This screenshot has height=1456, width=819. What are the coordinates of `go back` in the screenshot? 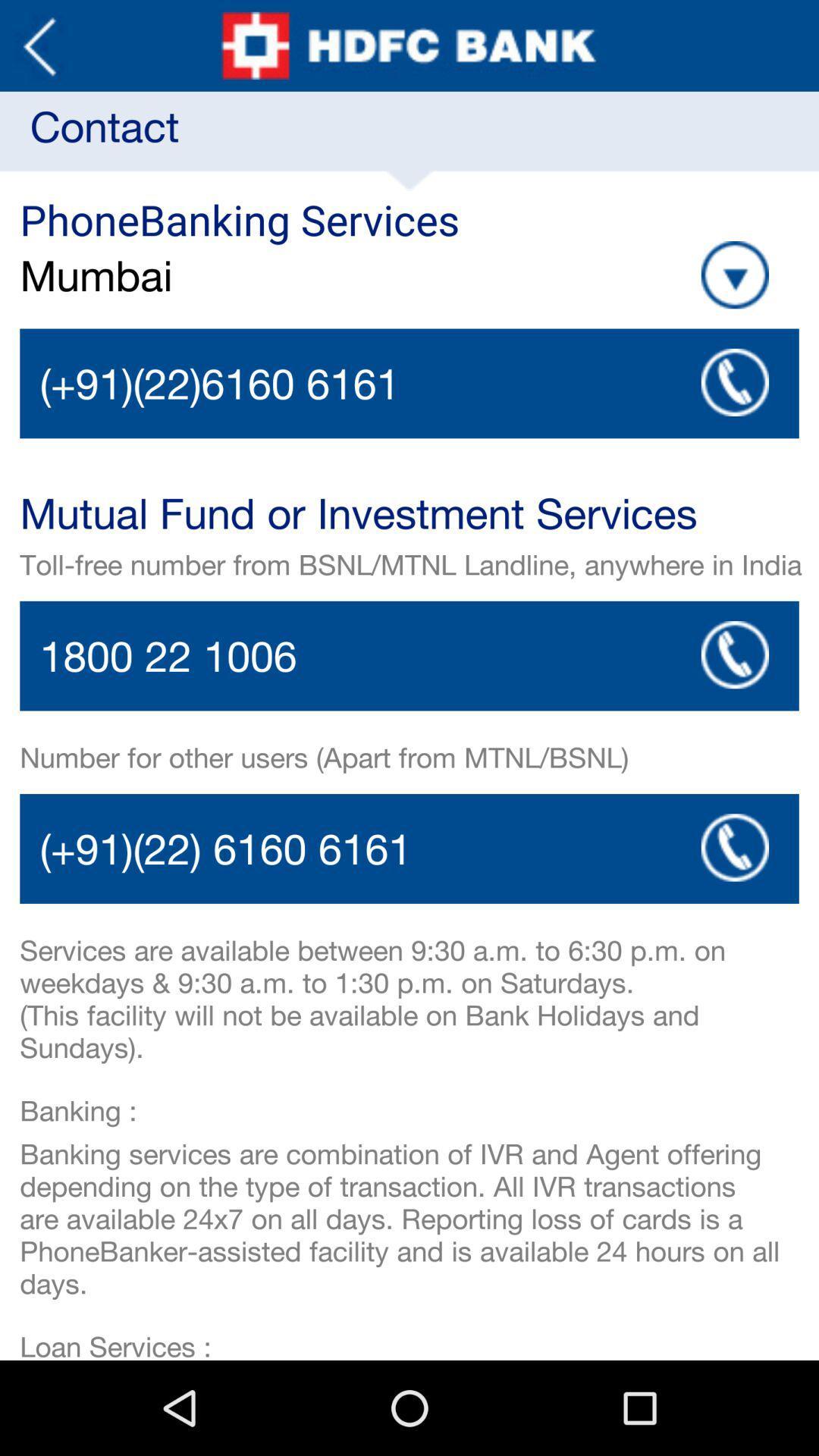 It's located at (39, 45).